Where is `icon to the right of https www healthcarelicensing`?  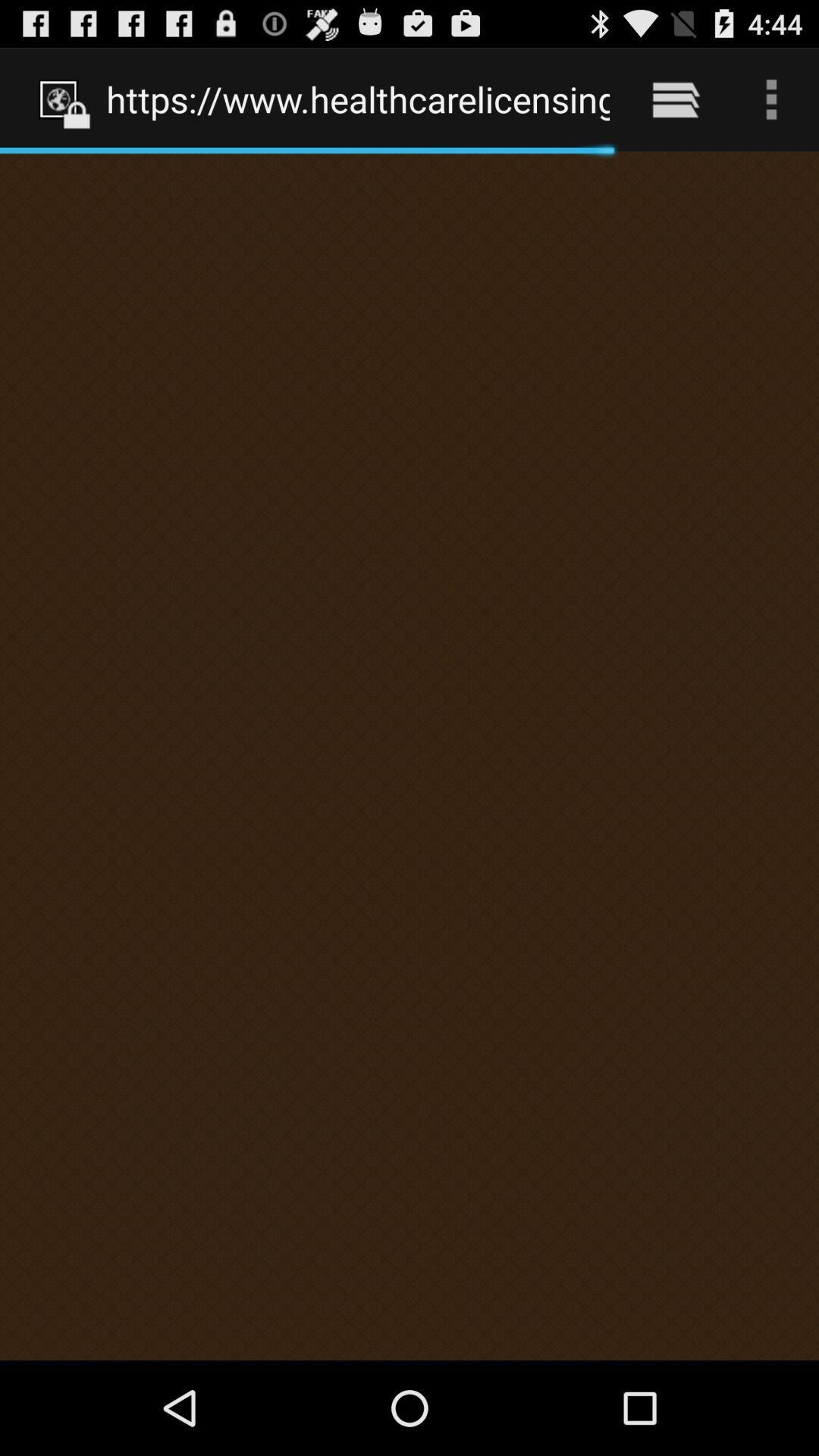 icon to the right of https www healthcarelicensing is located at coordinates (675, 99).